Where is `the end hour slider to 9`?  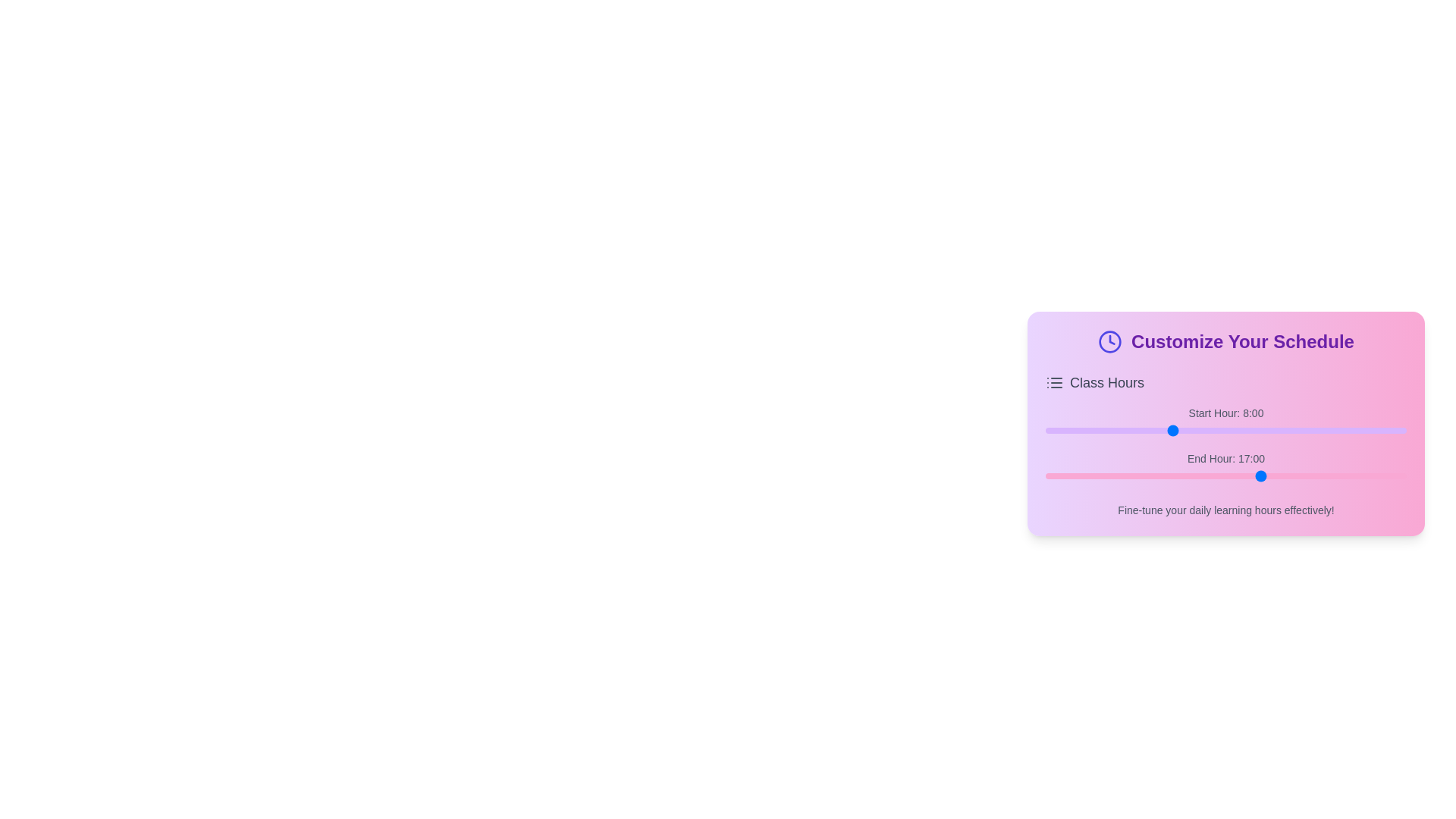
the end hour slider to 9 is located at coordinates (1068, 475).